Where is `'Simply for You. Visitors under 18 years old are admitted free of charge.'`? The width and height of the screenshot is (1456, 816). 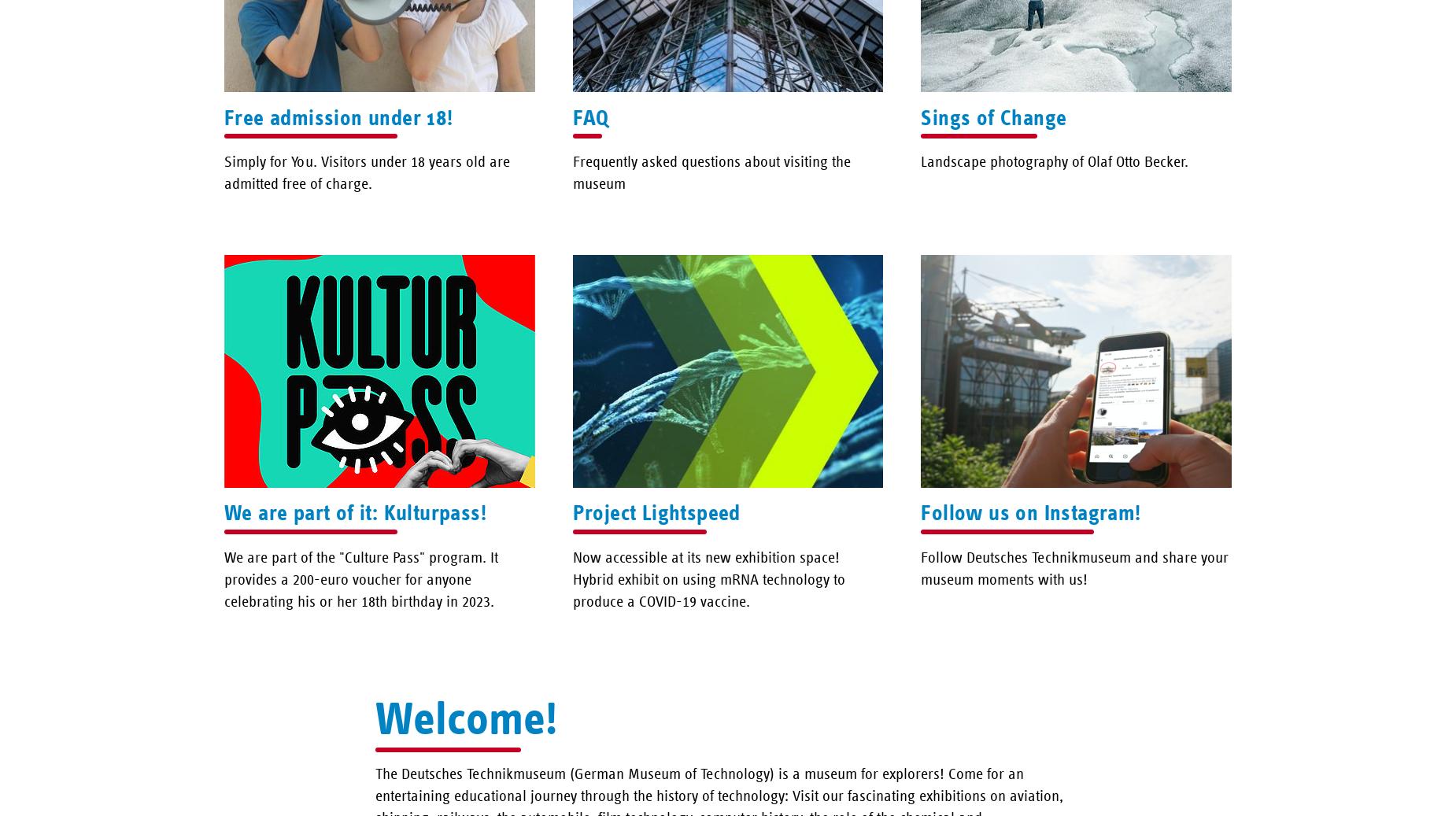 'Simply for You. Visitors under 18 years old are admitted free of charge.' is located at coordinates (367, 172).